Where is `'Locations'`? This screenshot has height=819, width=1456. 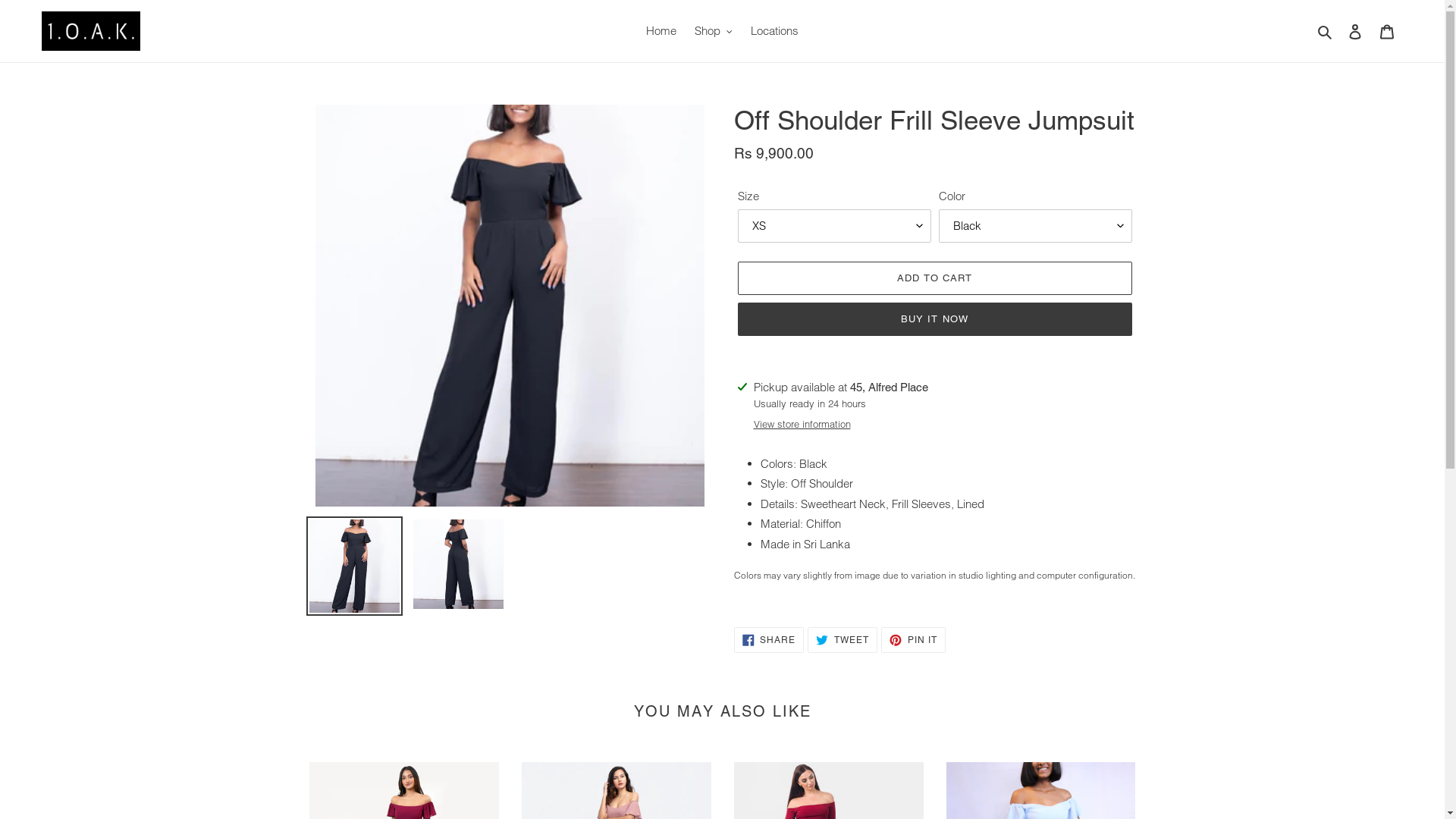 'Locations' is located at coordinates (774, 31).